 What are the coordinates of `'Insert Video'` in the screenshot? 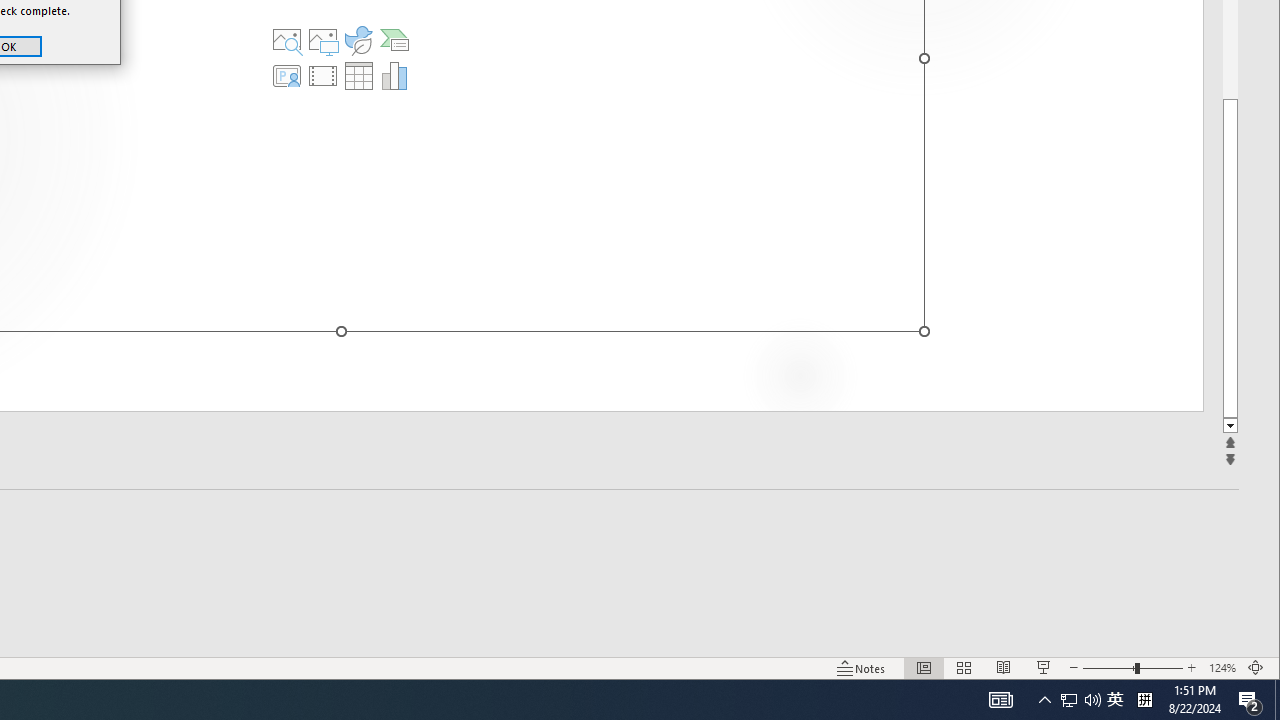 It's located at (323, 74).